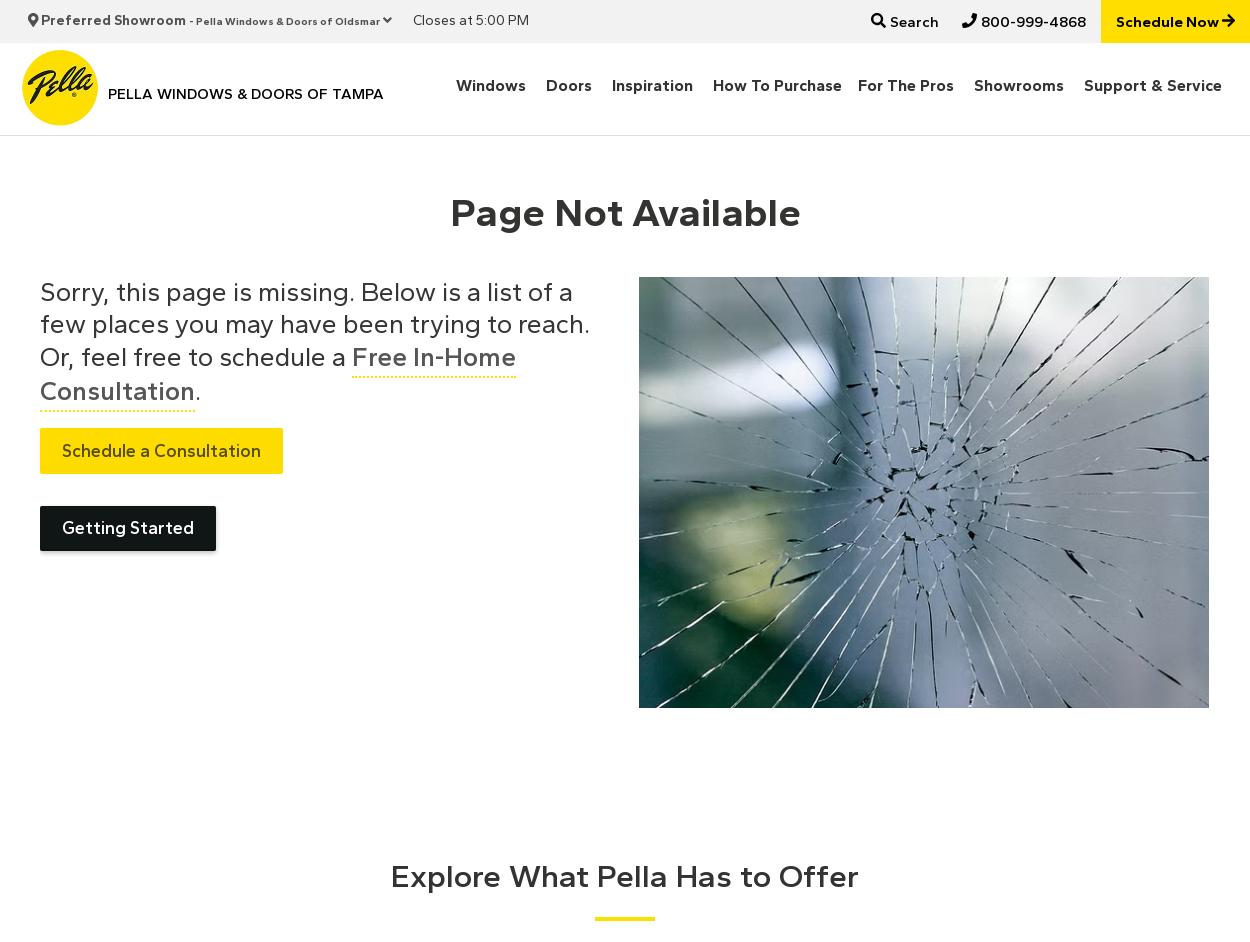 The width and height of the screenshot is (1250, 942). What do you see at coordinates (11, 14) in the screenshot?
I see `'___'` at bounding box center [11, 14].